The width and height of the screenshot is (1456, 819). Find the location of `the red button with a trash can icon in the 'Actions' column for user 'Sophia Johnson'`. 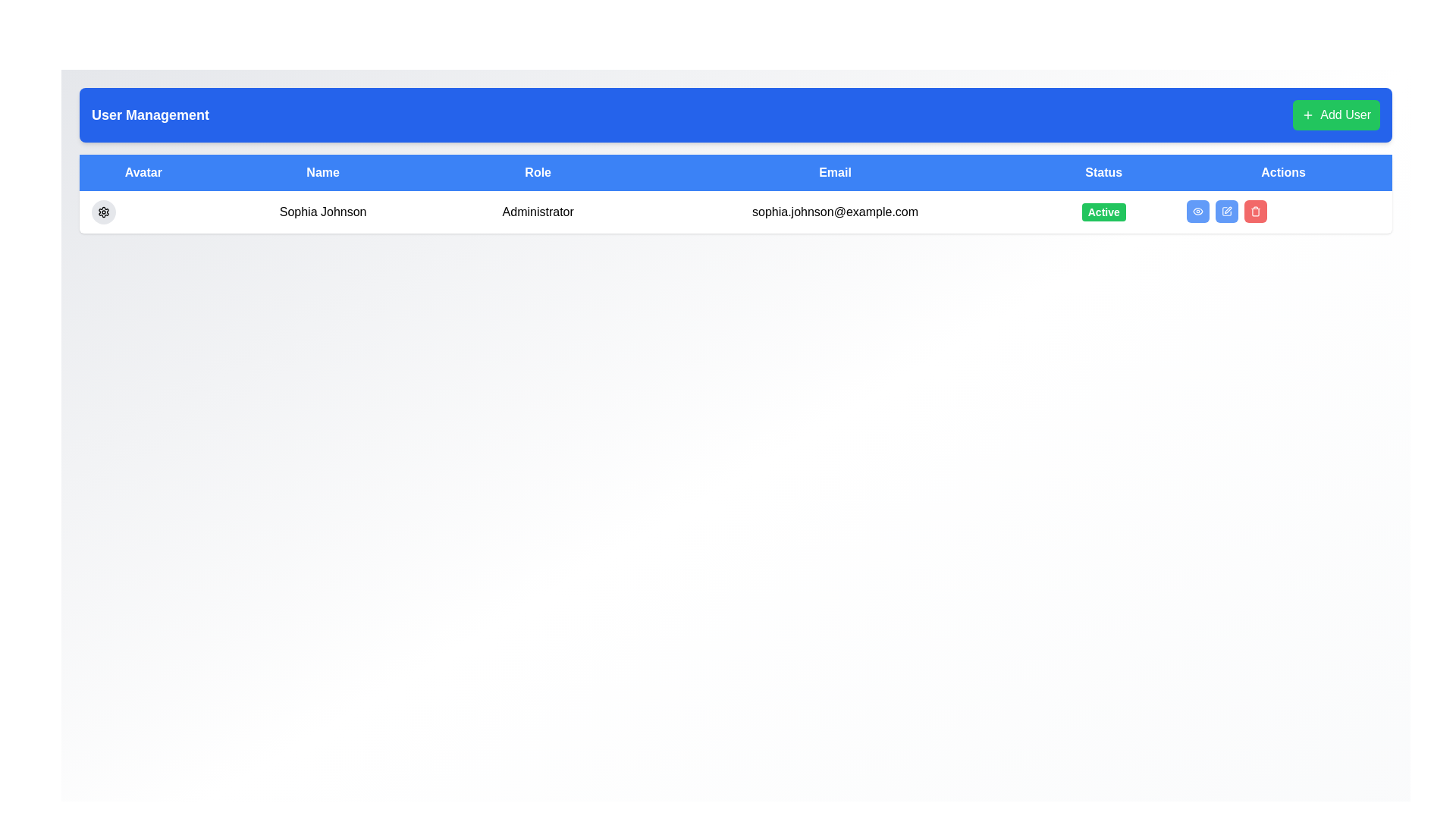

the red button with a trash can icon in the 'Actions' column for user 'Sophia Johnson' is located at coordinates (1256, 211).